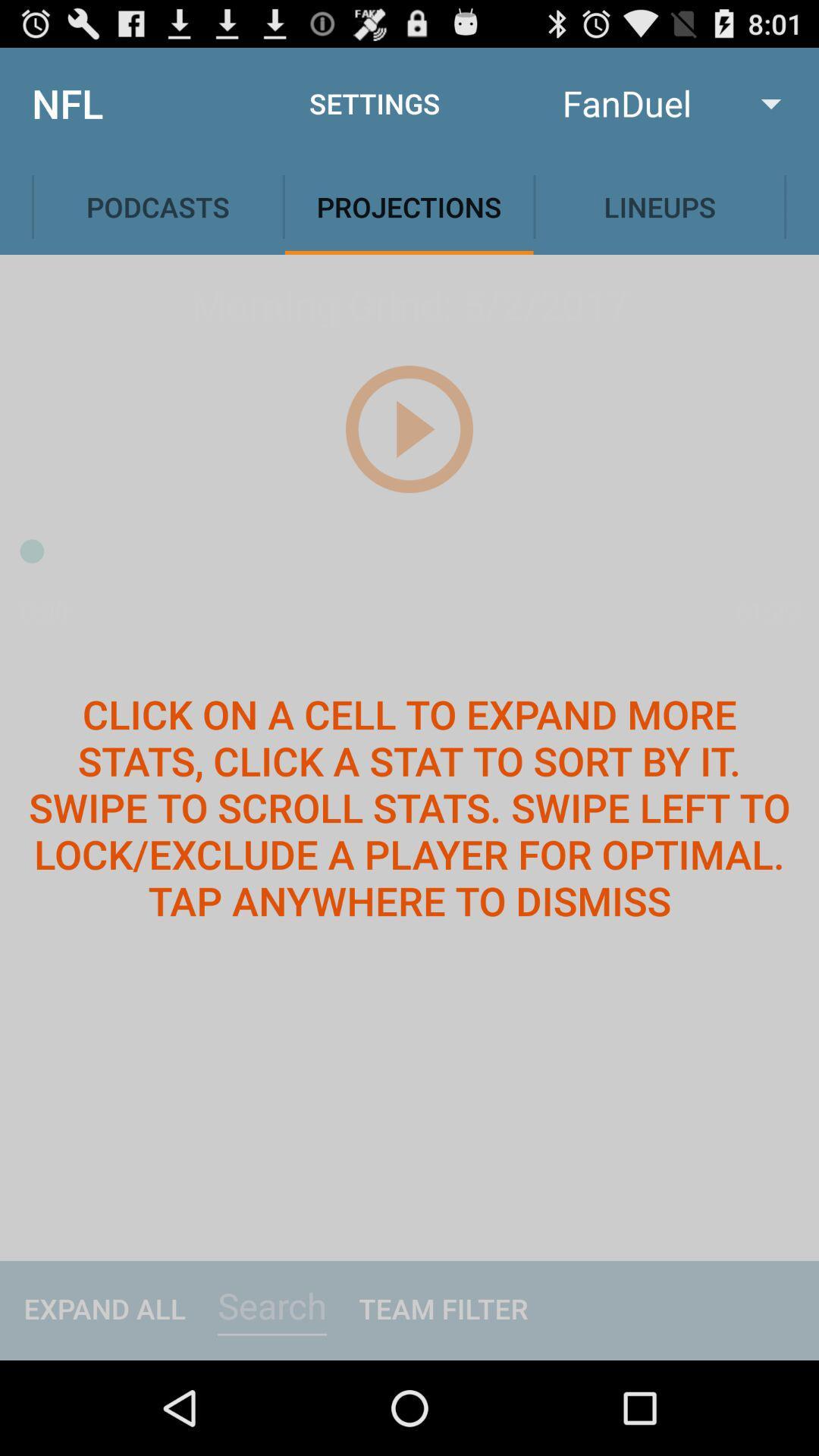 The width and height of the screenshot is (819, 1456). I want to click on search at the bottom, so click(271, 1306).